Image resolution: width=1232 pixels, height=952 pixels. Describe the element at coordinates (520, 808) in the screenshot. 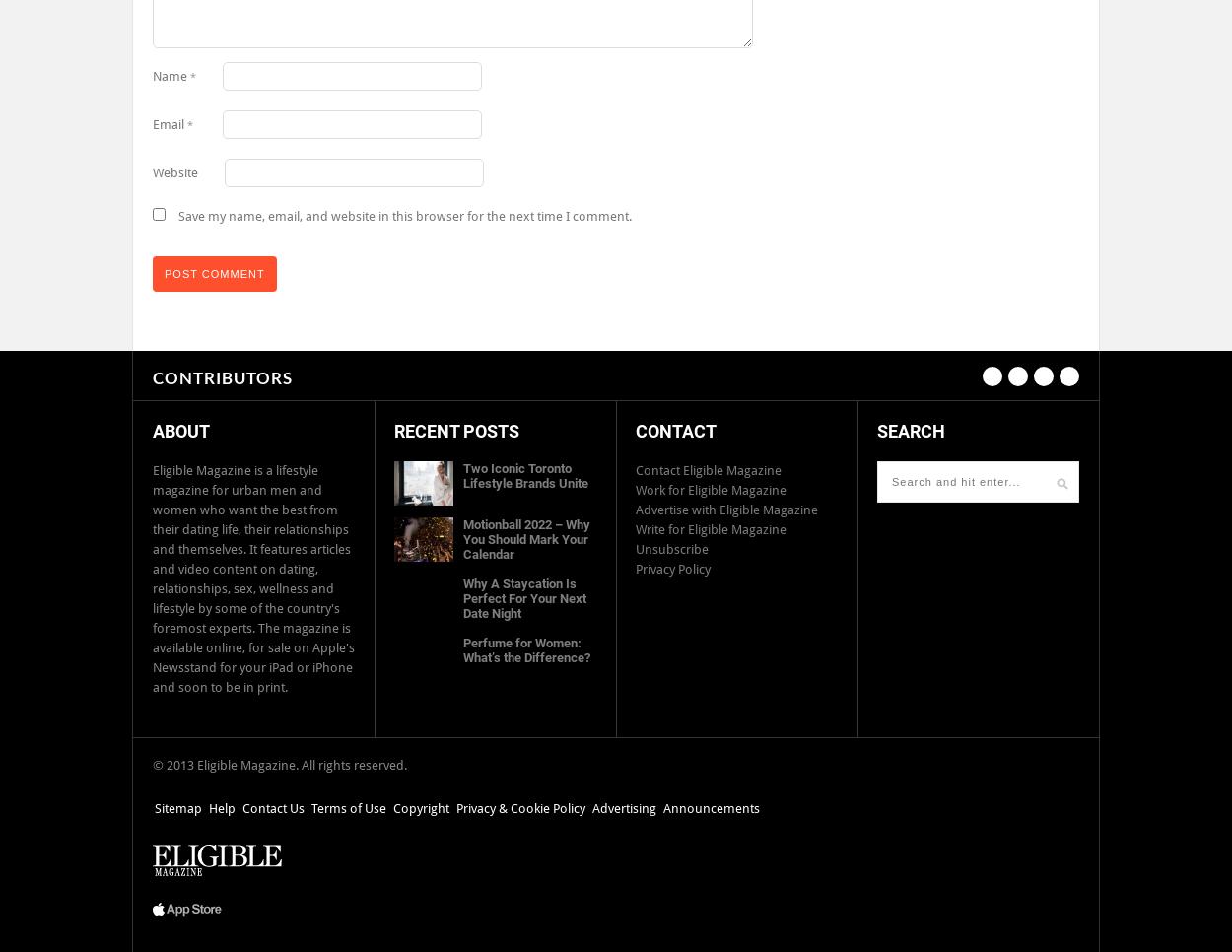

I see `'Privacy & Cookie Policy'` at that location.